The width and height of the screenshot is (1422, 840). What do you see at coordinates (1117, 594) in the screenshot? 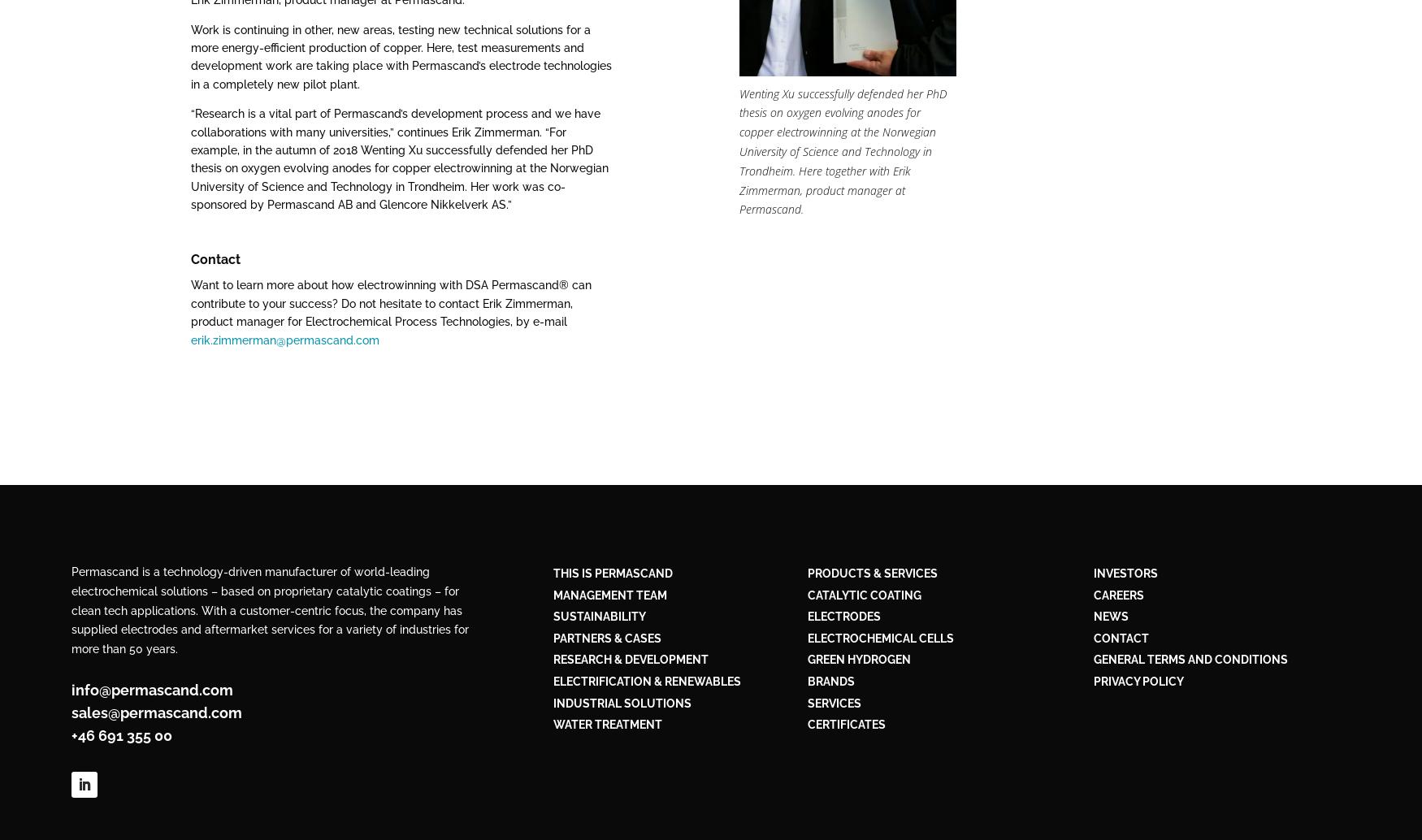
I see `'CAREERS'` at bounding box center [1117, 594].